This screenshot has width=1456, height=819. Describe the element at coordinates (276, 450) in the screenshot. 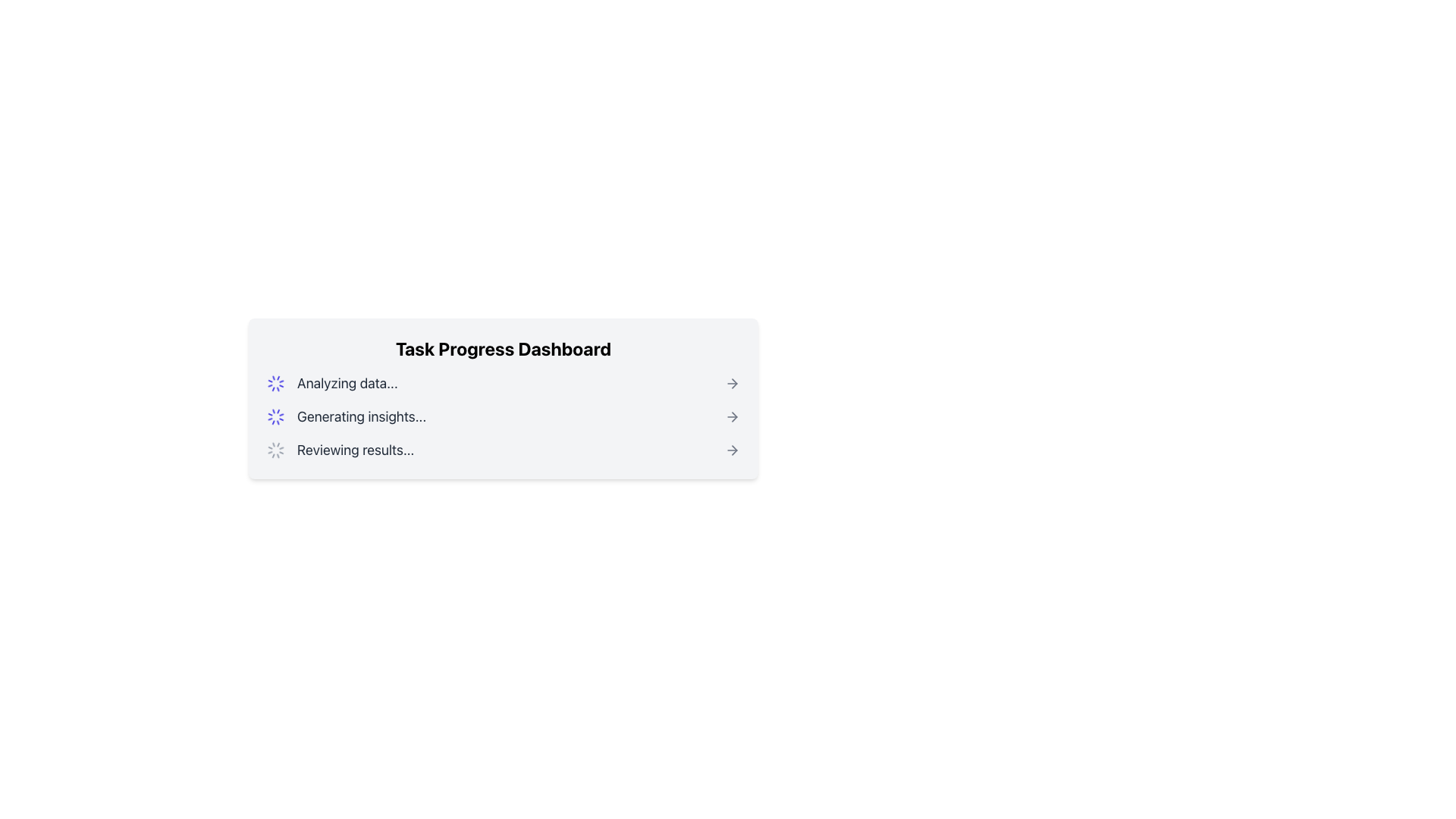

I see `the Spinner element, which indicates ongoing activity related to 'Reviewing results...'` at that location.